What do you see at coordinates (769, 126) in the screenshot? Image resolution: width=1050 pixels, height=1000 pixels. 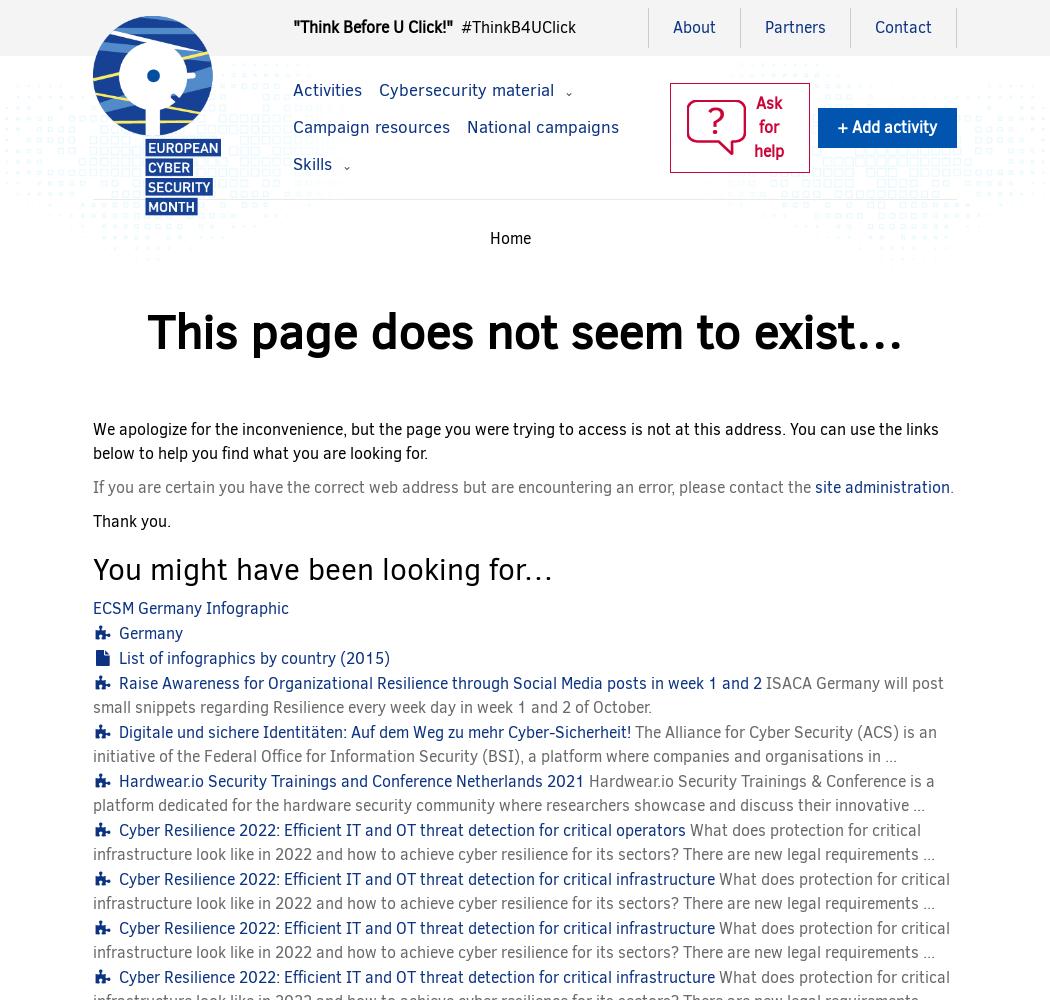 I see `'Ask for help'` at bounding box center [769, 126].